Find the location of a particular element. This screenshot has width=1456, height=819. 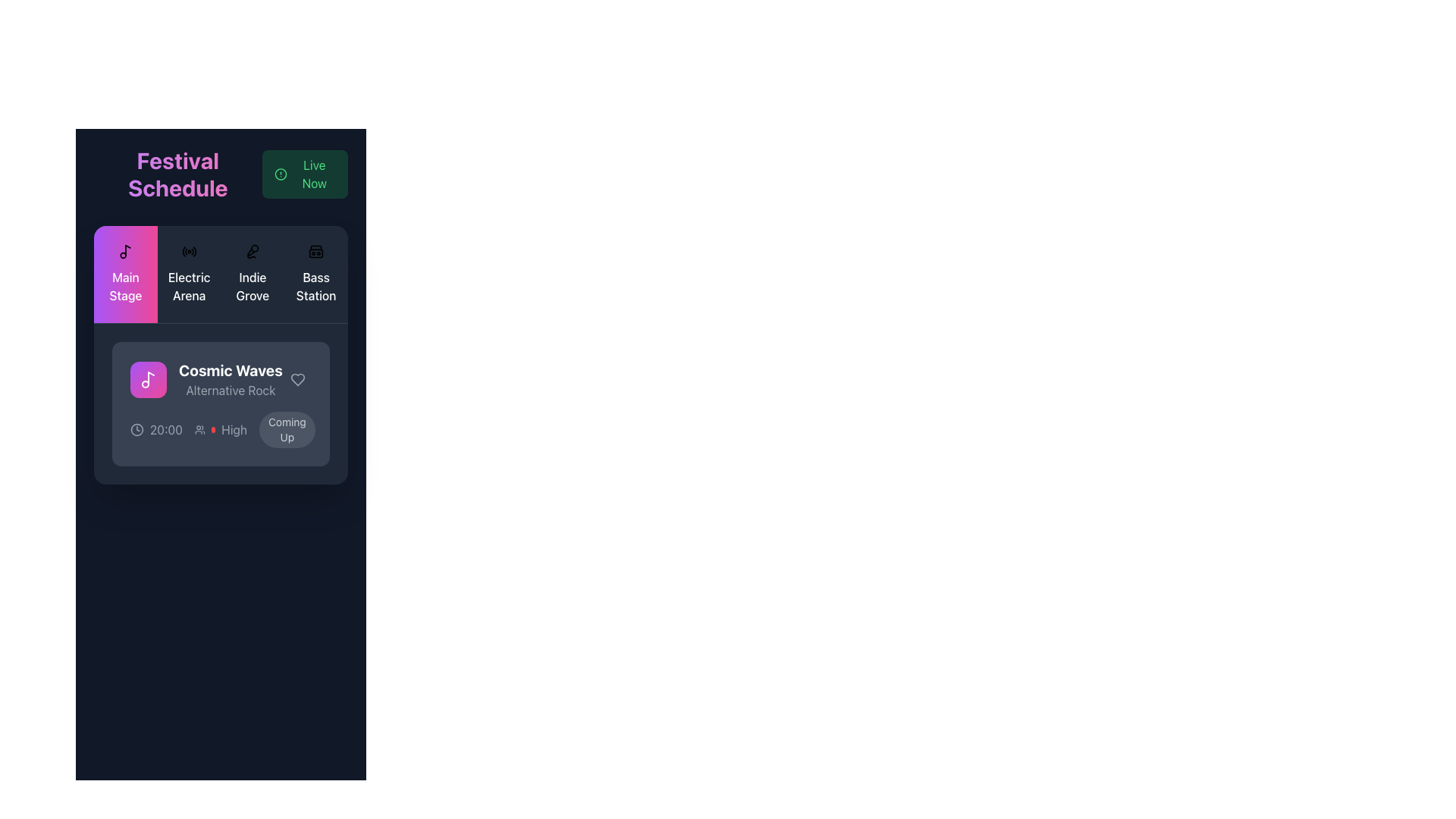

the composite UI element consisting of headings, badges, and clickable category buttons is located at coordinates (220, 315).